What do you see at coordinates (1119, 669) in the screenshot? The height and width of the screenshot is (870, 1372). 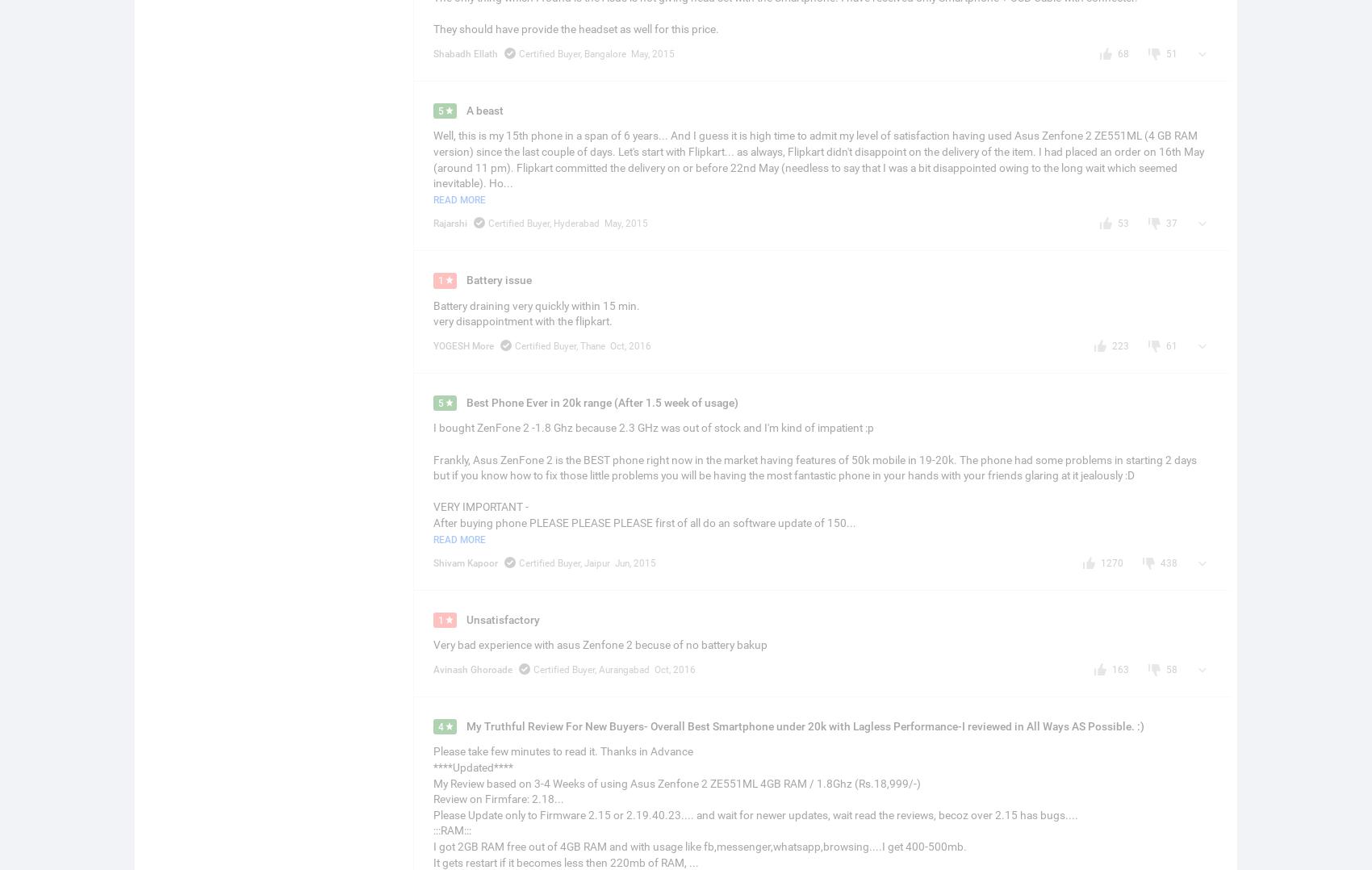 I see `'163'` at bounding box center [1119, 669].